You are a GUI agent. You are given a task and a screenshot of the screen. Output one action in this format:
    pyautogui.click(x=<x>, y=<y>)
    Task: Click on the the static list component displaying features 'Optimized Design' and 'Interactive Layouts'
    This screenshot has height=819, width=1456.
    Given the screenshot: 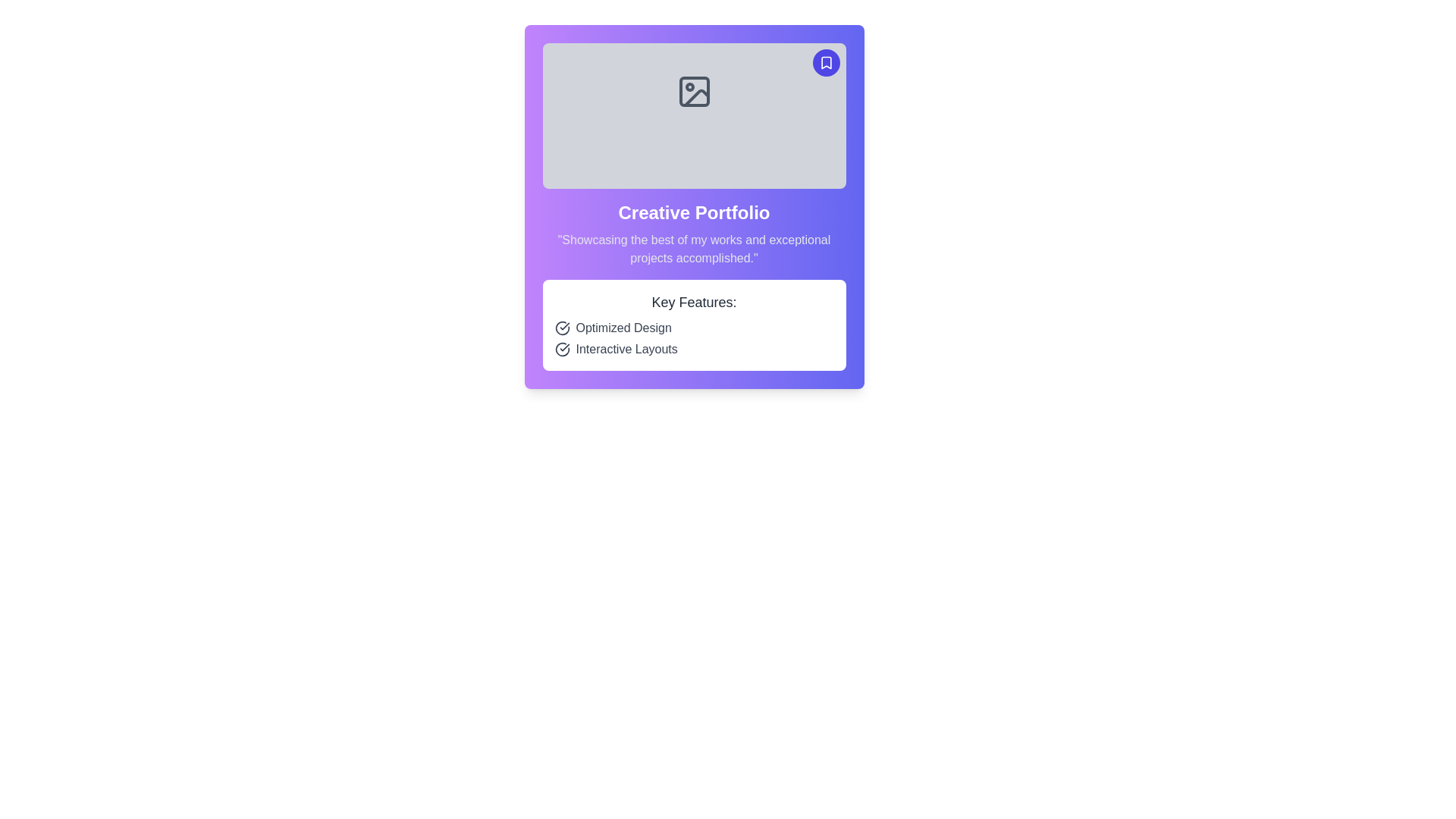 What is the action you would take?
    pyautogui.click(x=693, y=338)
    